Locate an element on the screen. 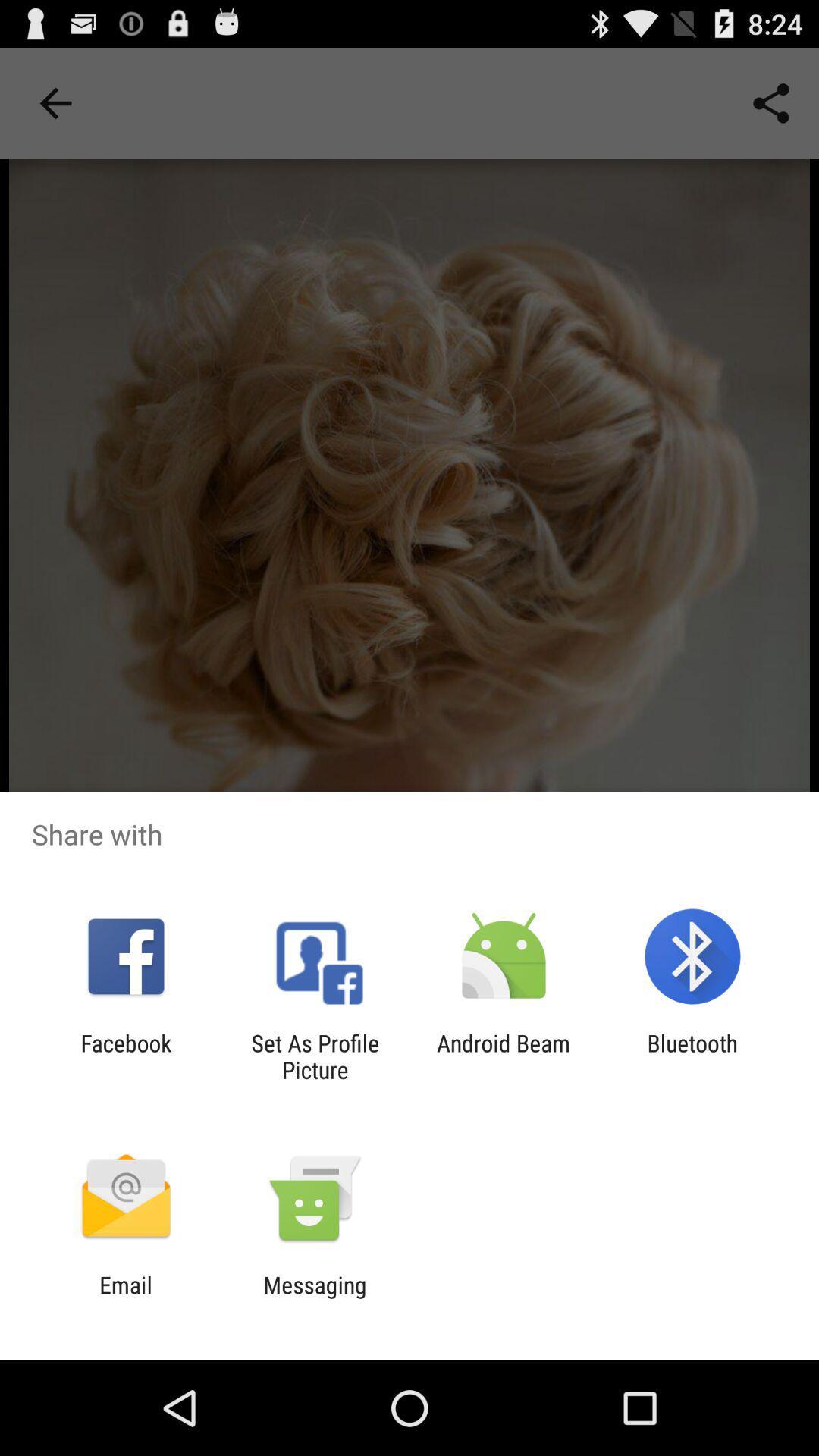  email is located at coordinates (125, 1298).